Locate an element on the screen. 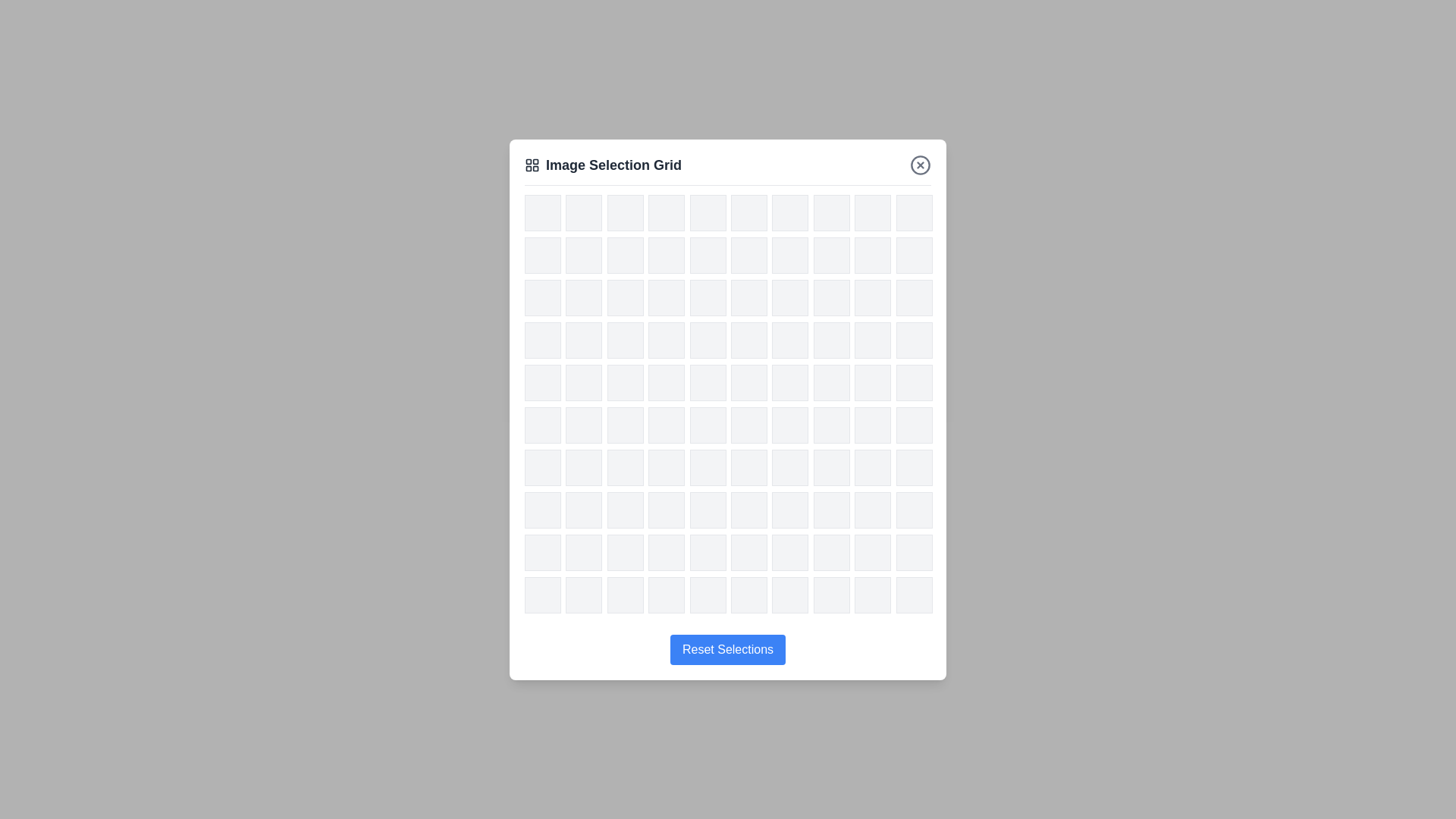  the header area of the dialog is located at coordinates (728, 169).